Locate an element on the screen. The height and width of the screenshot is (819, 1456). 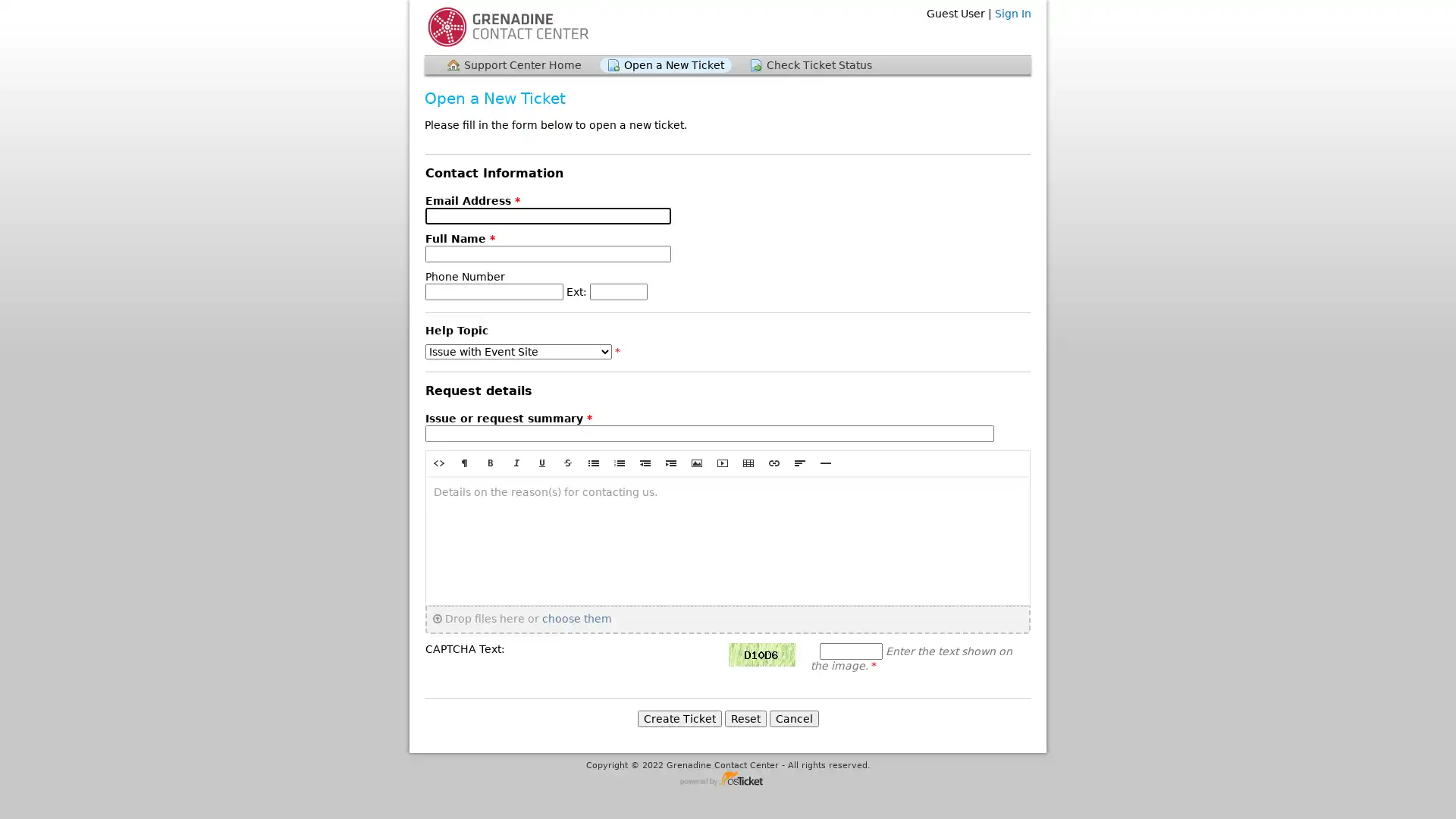
Insert Image is located at coordinates (695, 462).